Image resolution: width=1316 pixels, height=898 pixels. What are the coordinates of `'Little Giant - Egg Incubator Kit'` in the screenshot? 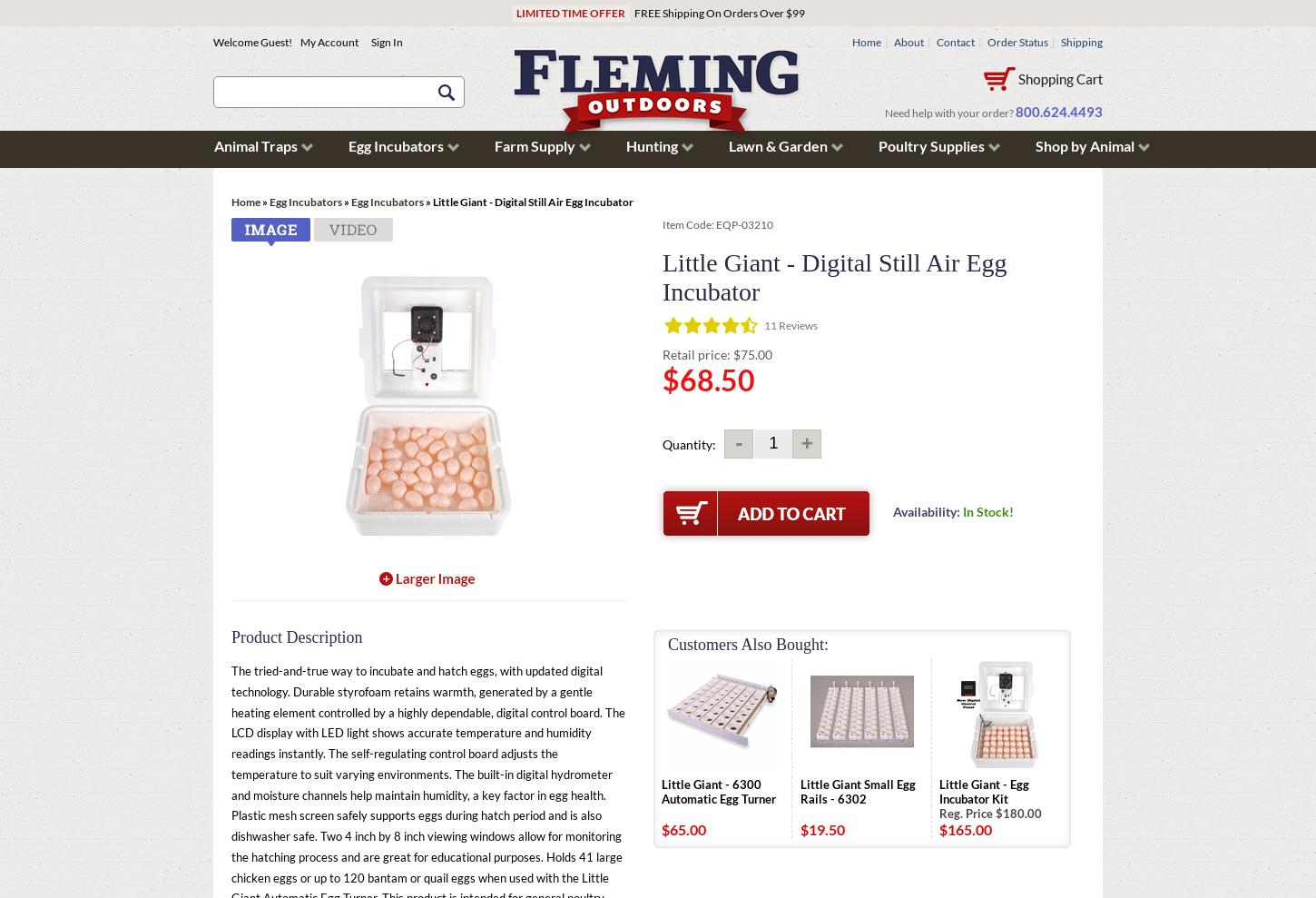 It's located at (984, 791).